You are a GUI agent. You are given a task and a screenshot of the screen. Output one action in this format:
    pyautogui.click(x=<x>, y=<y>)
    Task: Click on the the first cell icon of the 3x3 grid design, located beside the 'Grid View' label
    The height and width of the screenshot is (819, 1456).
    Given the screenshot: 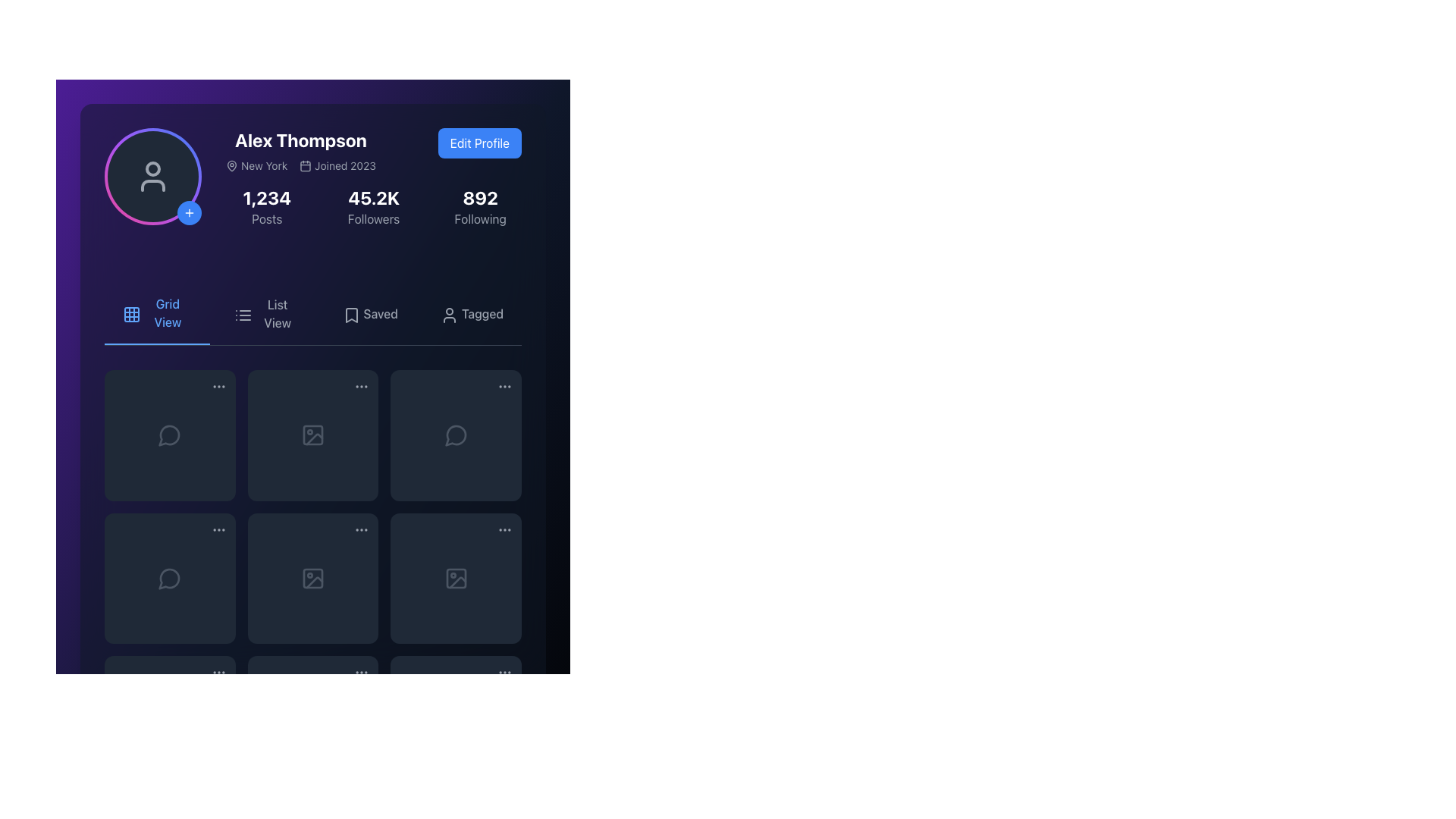 What is the action you would take?
    pyautogui.click(x=131, y=314)
    